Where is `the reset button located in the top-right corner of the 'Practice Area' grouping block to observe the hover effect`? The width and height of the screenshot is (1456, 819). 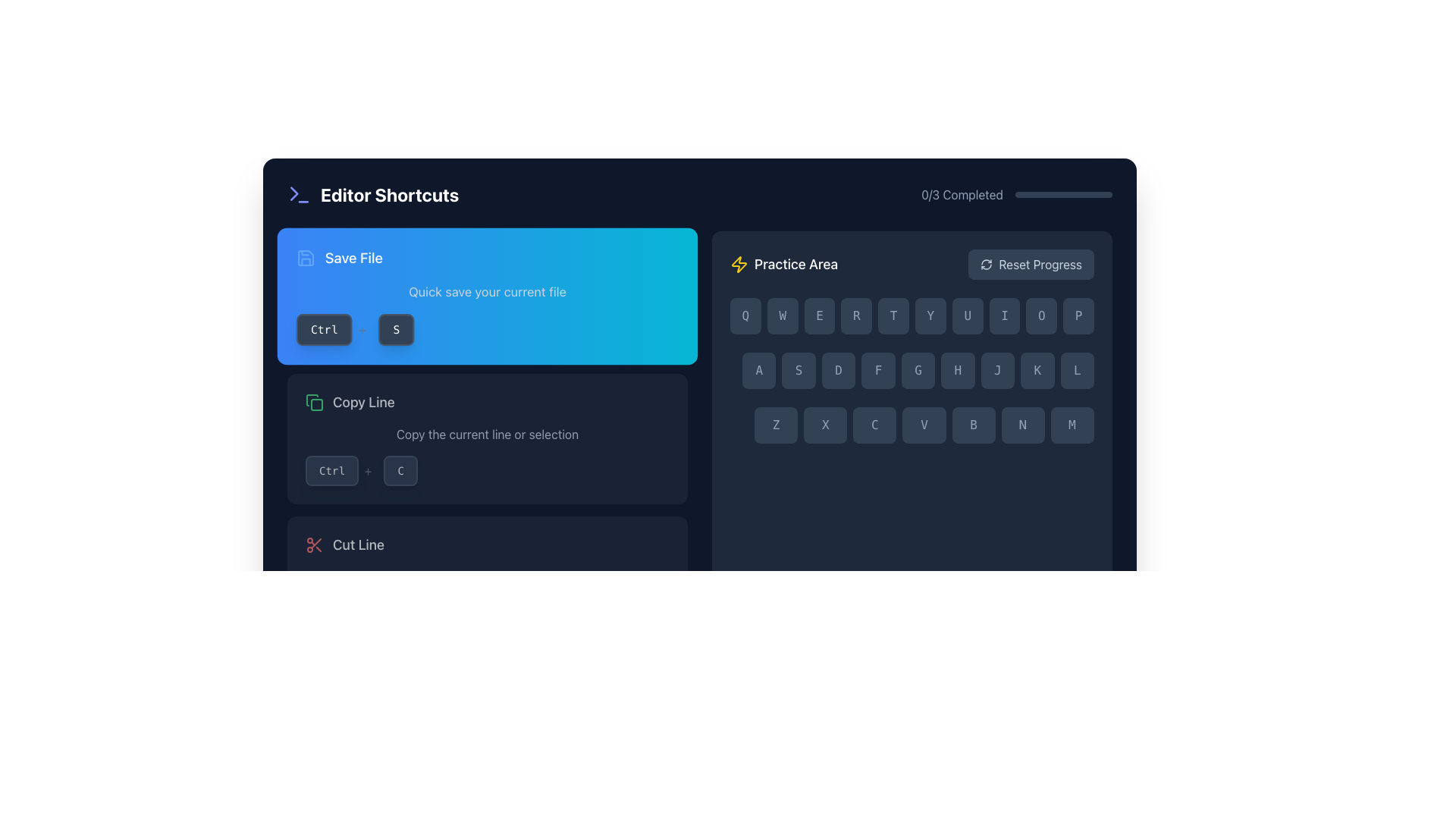 the reset button located in the top-right corner of the 'Practice Area' grouping block to observe the hover effect is located at coordinates (1031, 263).